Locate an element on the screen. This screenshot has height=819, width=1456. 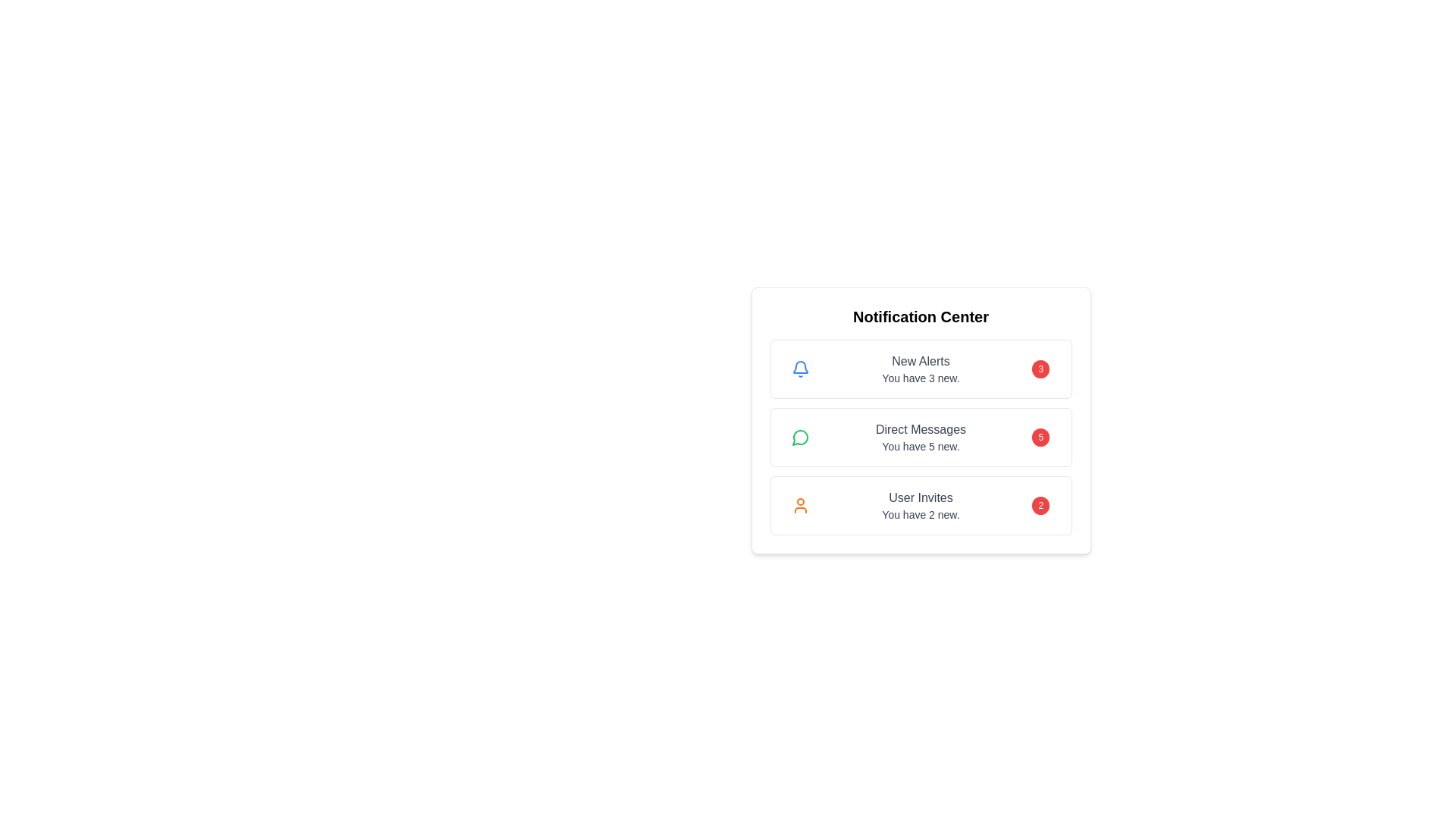
the notification bell icon styled in blue, located to the left of the 'New Alerts' text in the row is located at coordinates (800, 369).